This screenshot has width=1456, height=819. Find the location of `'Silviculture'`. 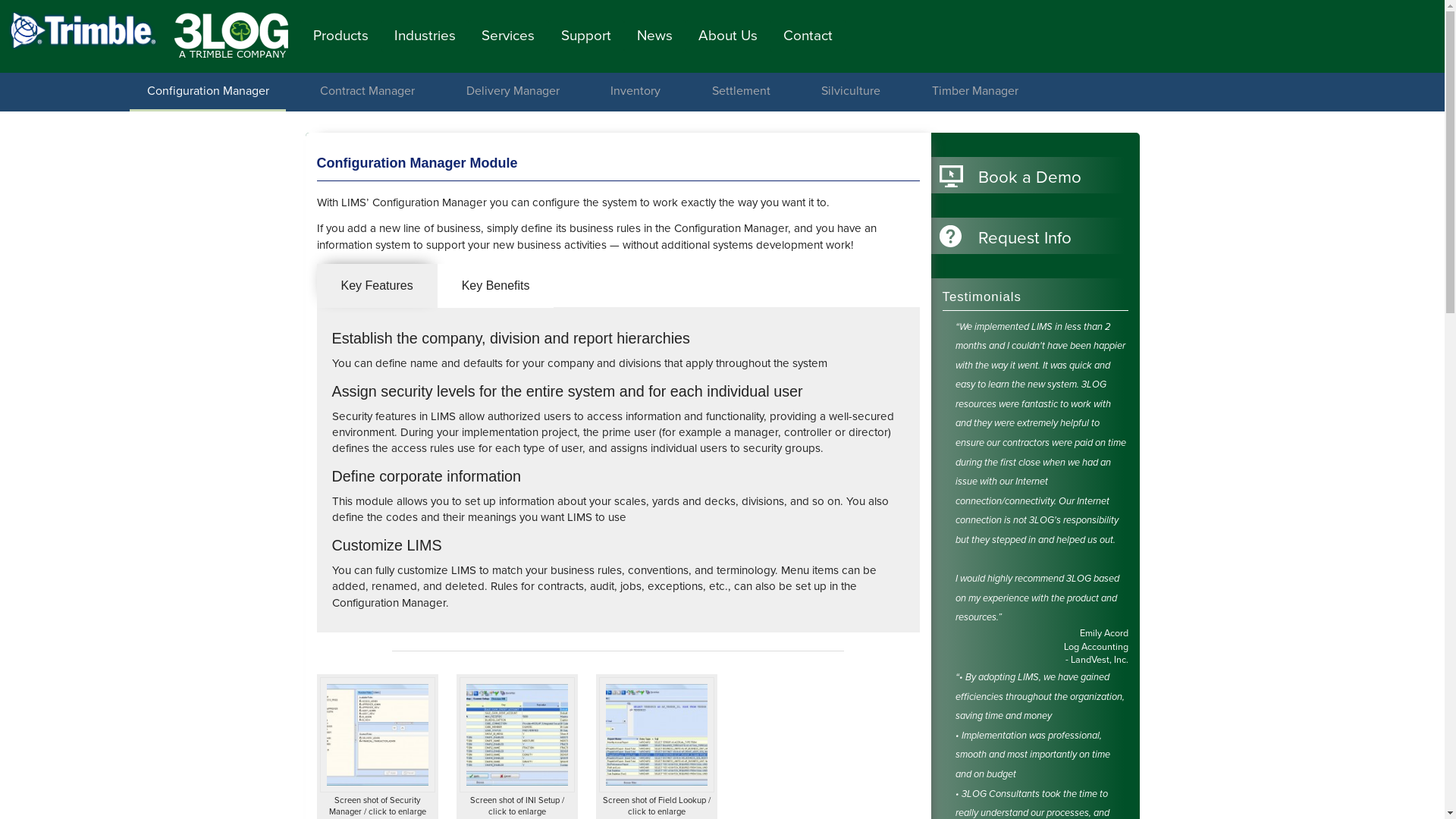

'Silviculture' is located at coordinates (851, 90).